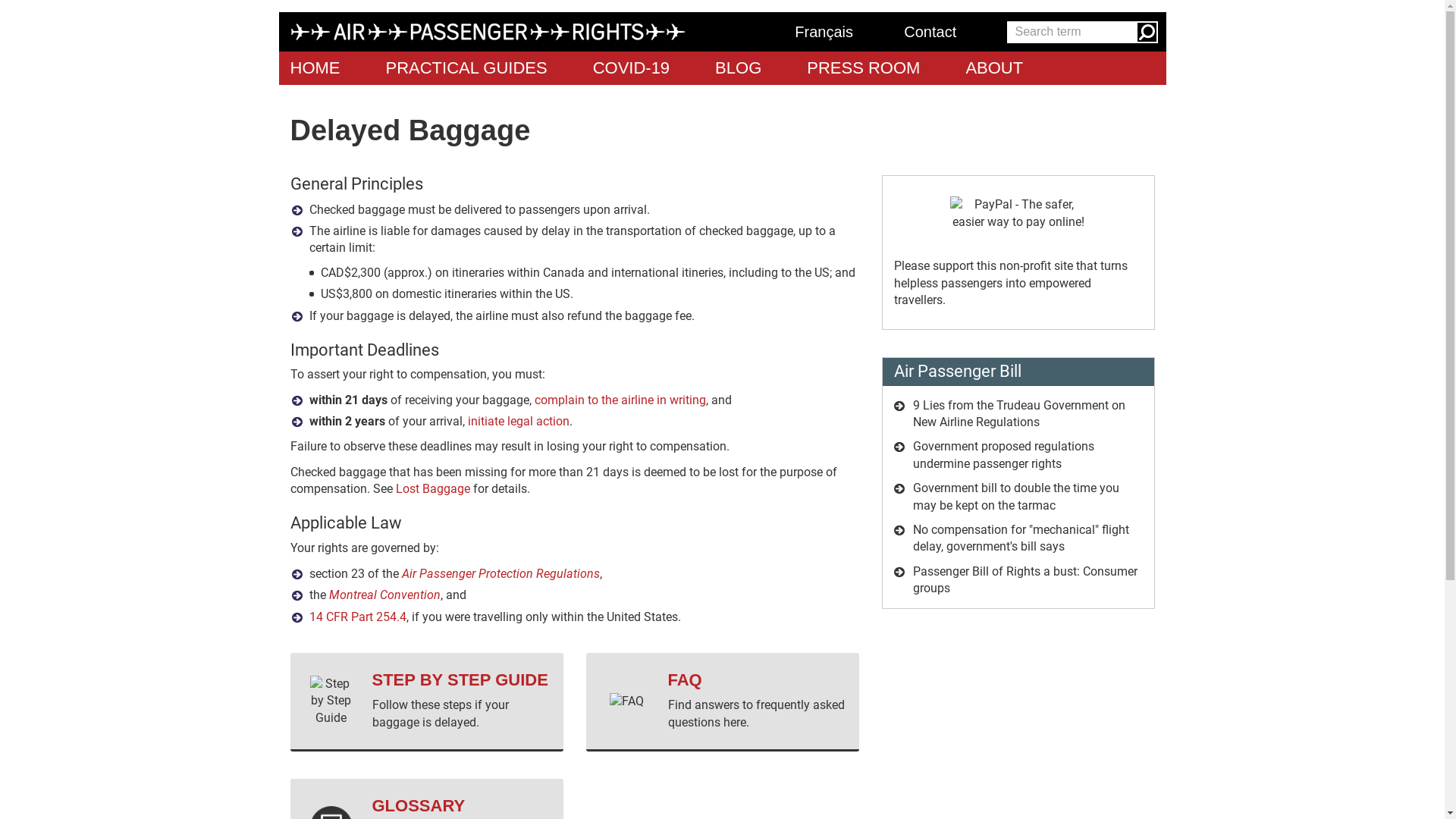  What do you see at coordinates (720, 701) in the screenshot?
I see `'FAQ` at bounding box center [720, 701].